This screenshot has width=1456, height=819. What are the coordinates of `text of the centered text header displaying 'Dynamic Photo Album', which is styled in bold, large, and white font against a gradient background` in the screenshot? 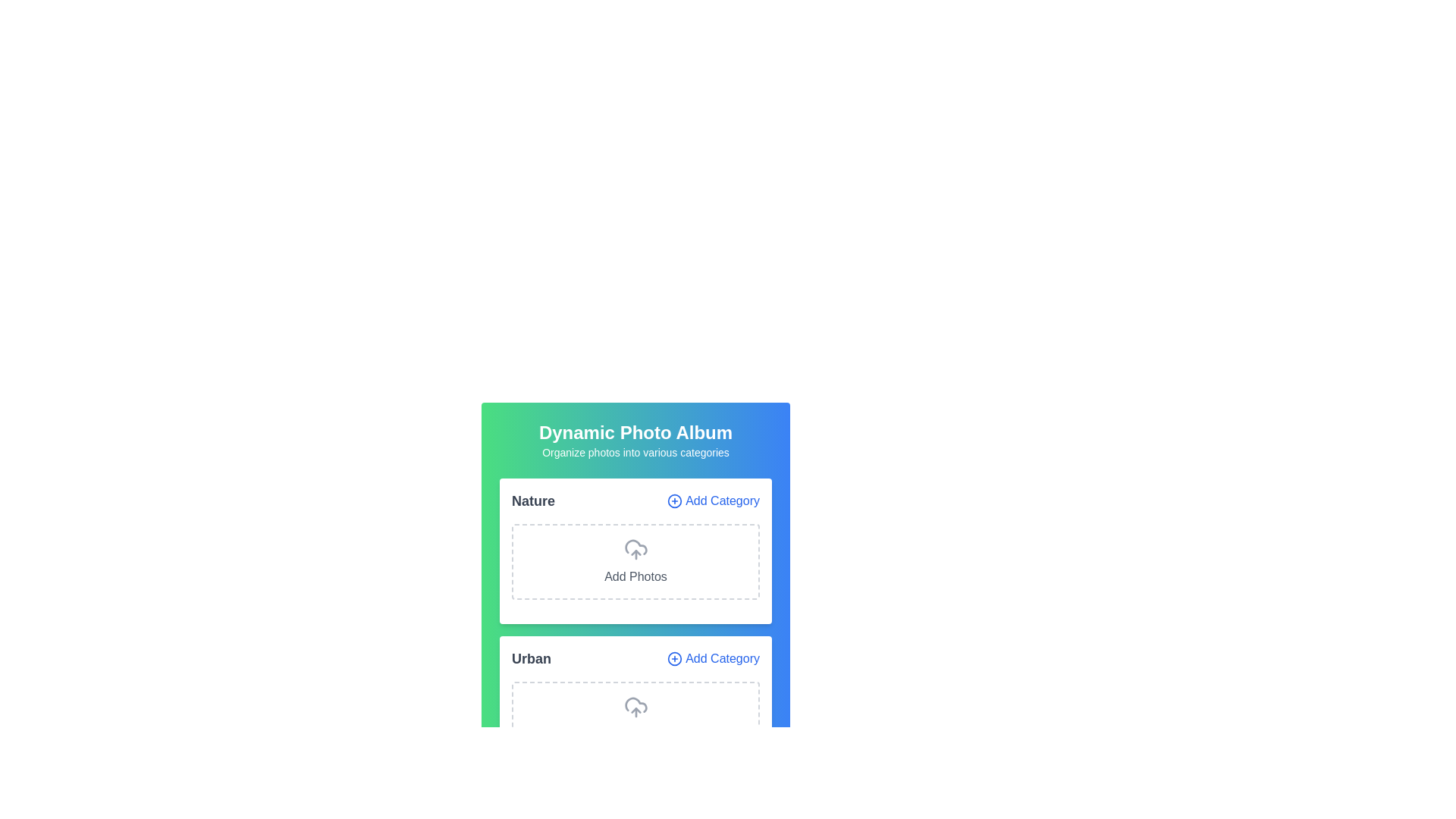 It's located at (635, 432).